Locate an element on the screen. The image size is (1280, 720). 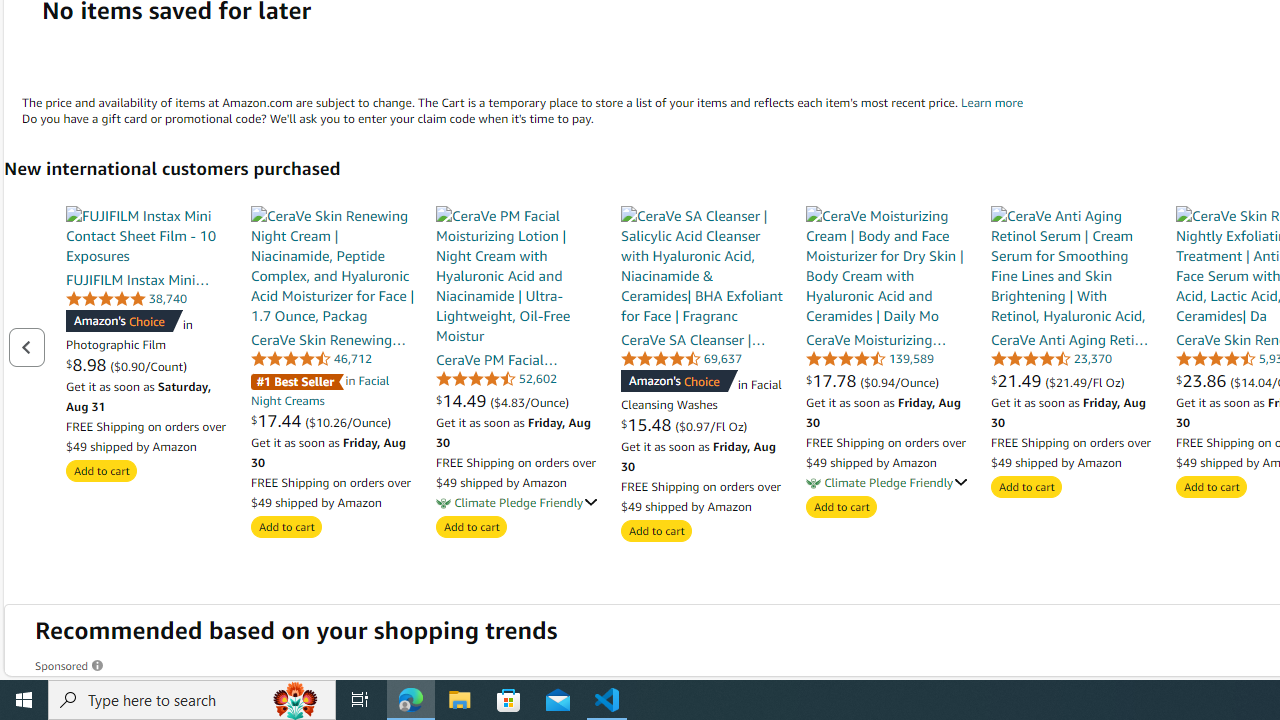
'$17.78 ' is located at coordinates (833, 380).